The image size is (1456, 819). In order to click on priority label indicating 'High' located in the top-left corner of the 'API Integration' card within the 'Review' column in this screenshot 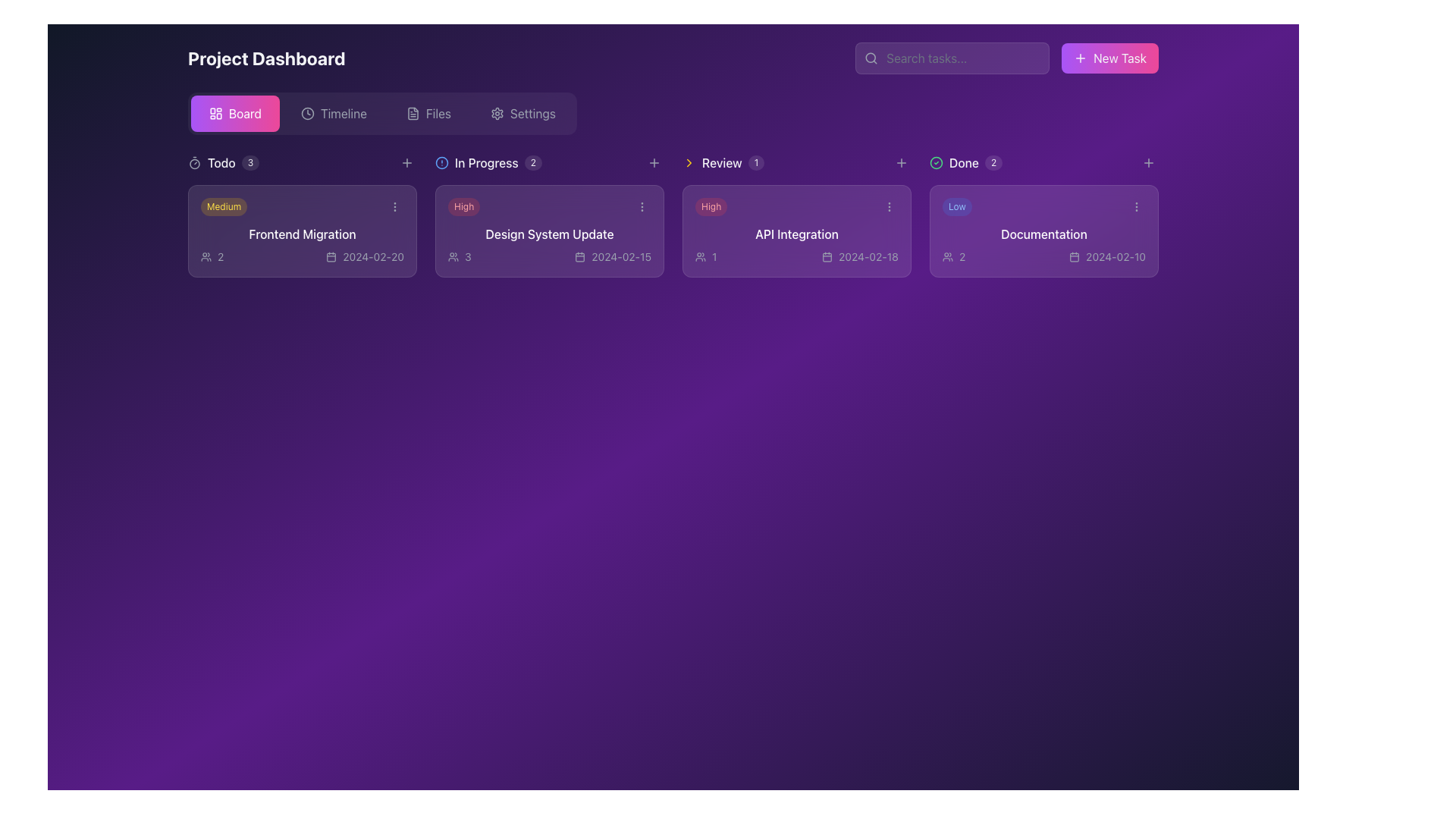, I will do `click(711, 207)`.